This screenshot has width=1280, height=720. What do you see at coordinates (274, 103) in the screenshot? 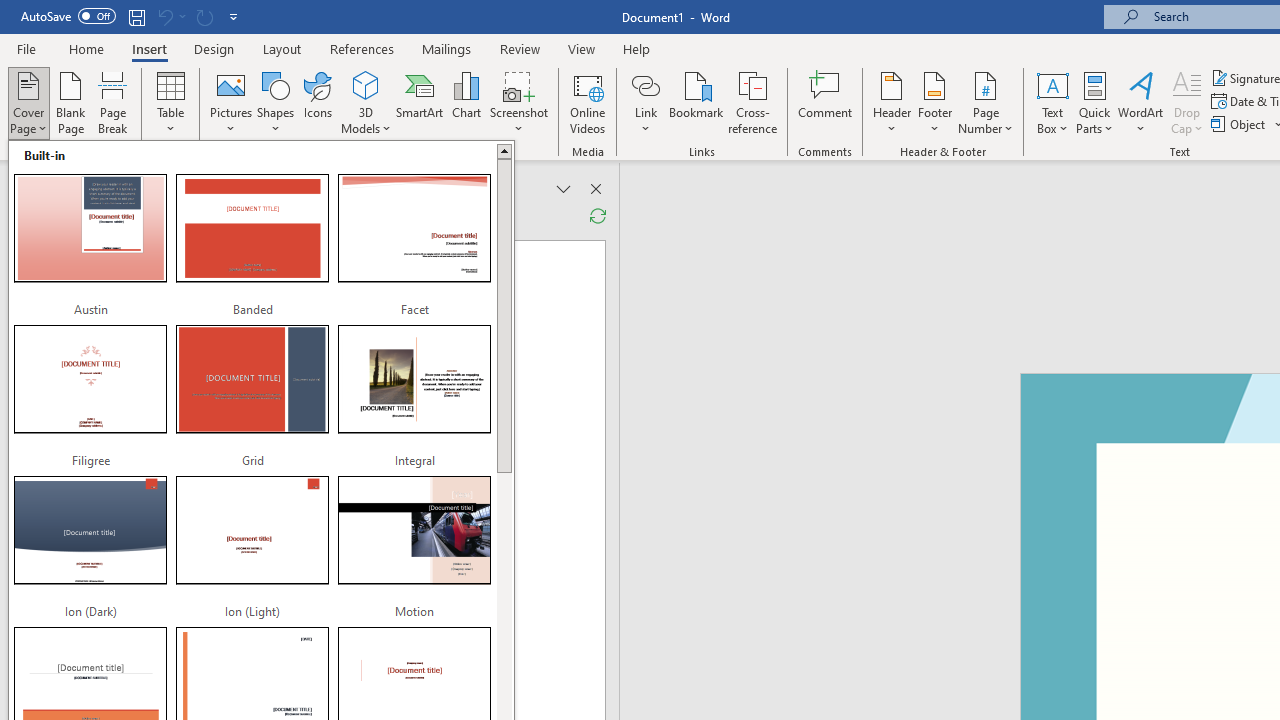
I see `'Shapes'` at bounding box center [274, 103].